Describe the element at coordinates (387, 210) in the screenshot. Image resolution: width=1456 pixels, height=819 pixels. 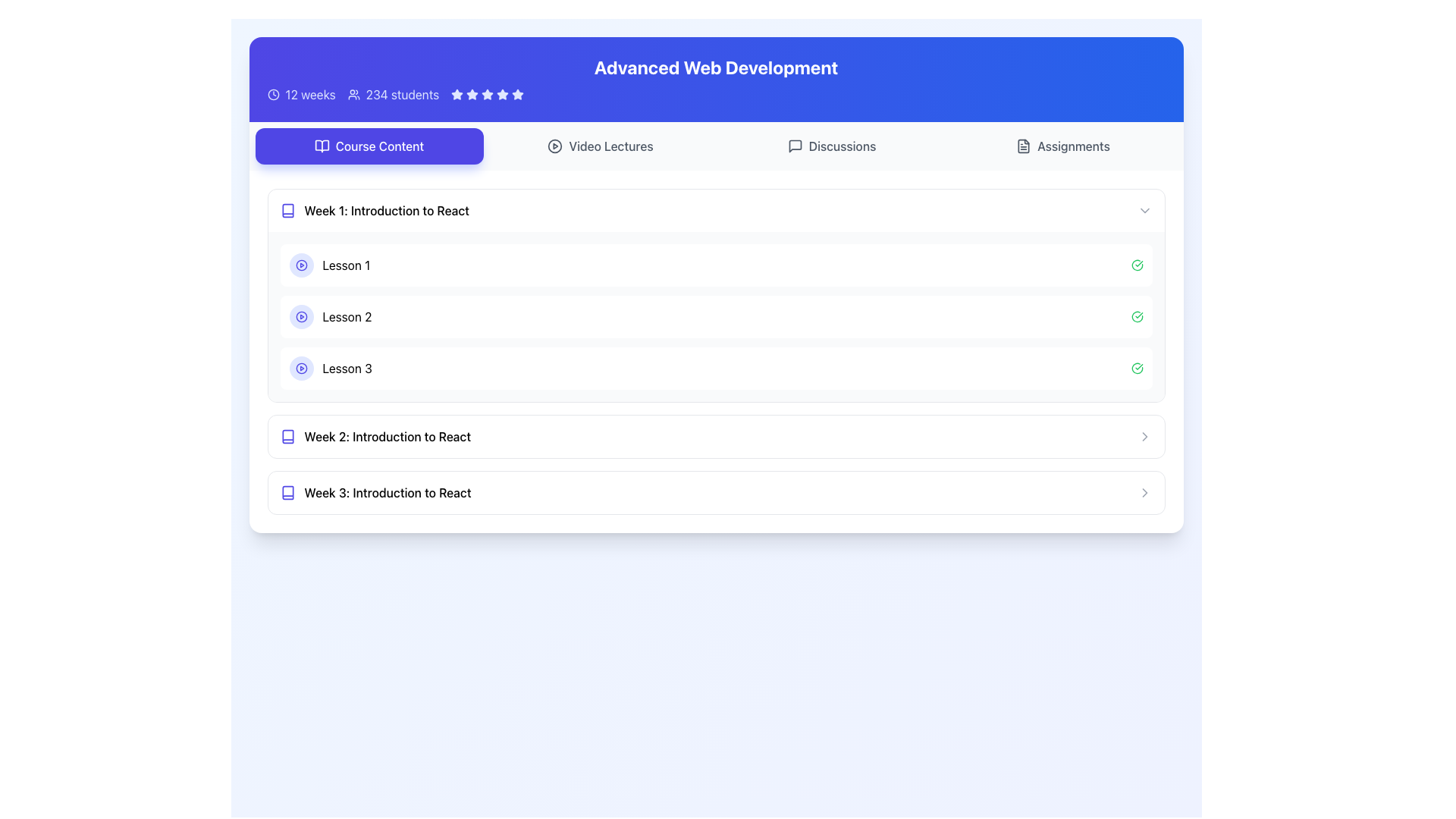
I see `text label 'Week 1: Introduction to React' which serves as the header for the course content section` at that location.